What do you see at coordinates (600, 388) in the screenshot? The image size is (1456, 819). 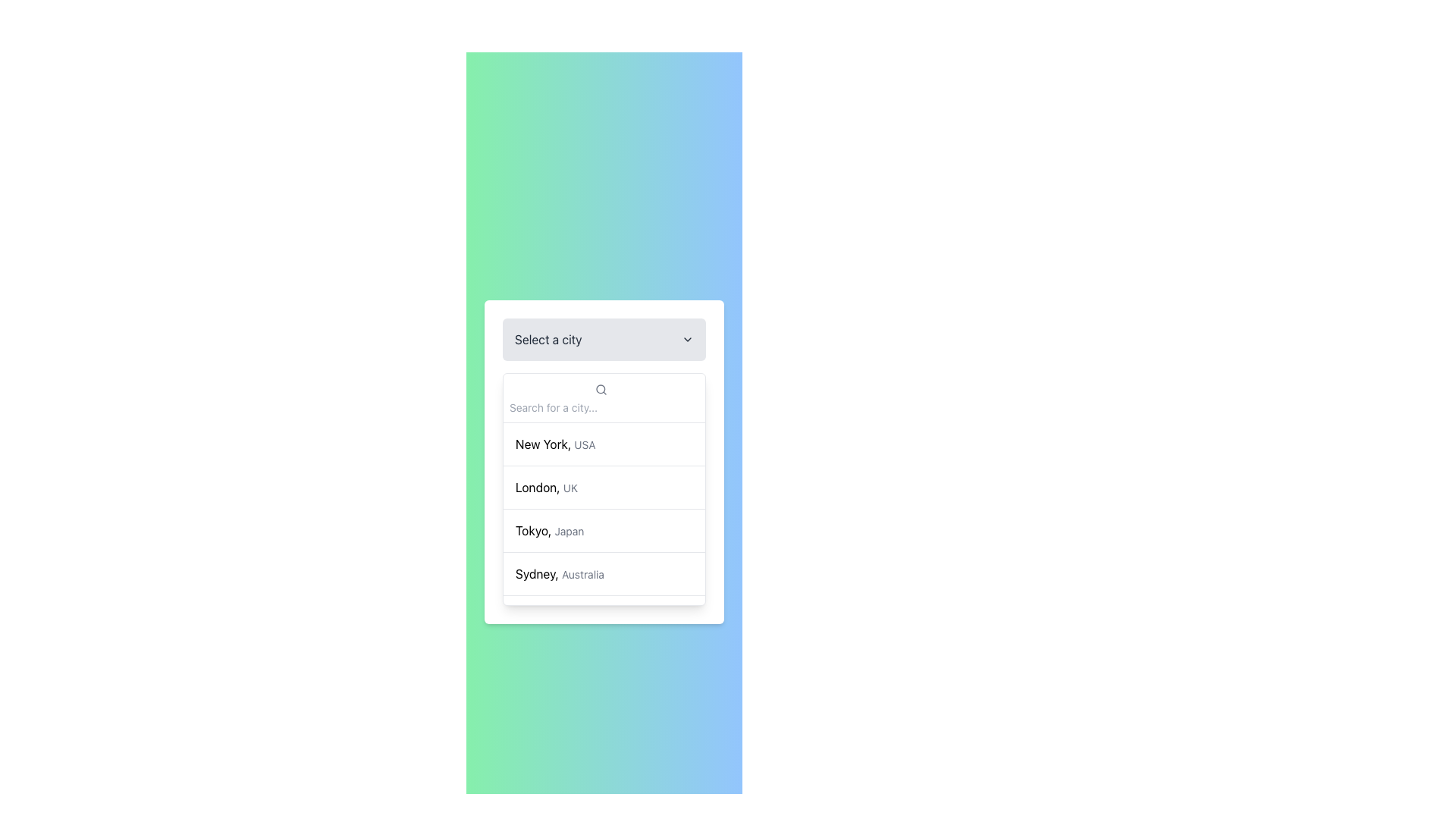 I see `the circular graphical element of the magnifying glass icon associated with the search feature, positioned to the left of the input field labeled 'Search for a city...'` at bounding box center [600, 388].